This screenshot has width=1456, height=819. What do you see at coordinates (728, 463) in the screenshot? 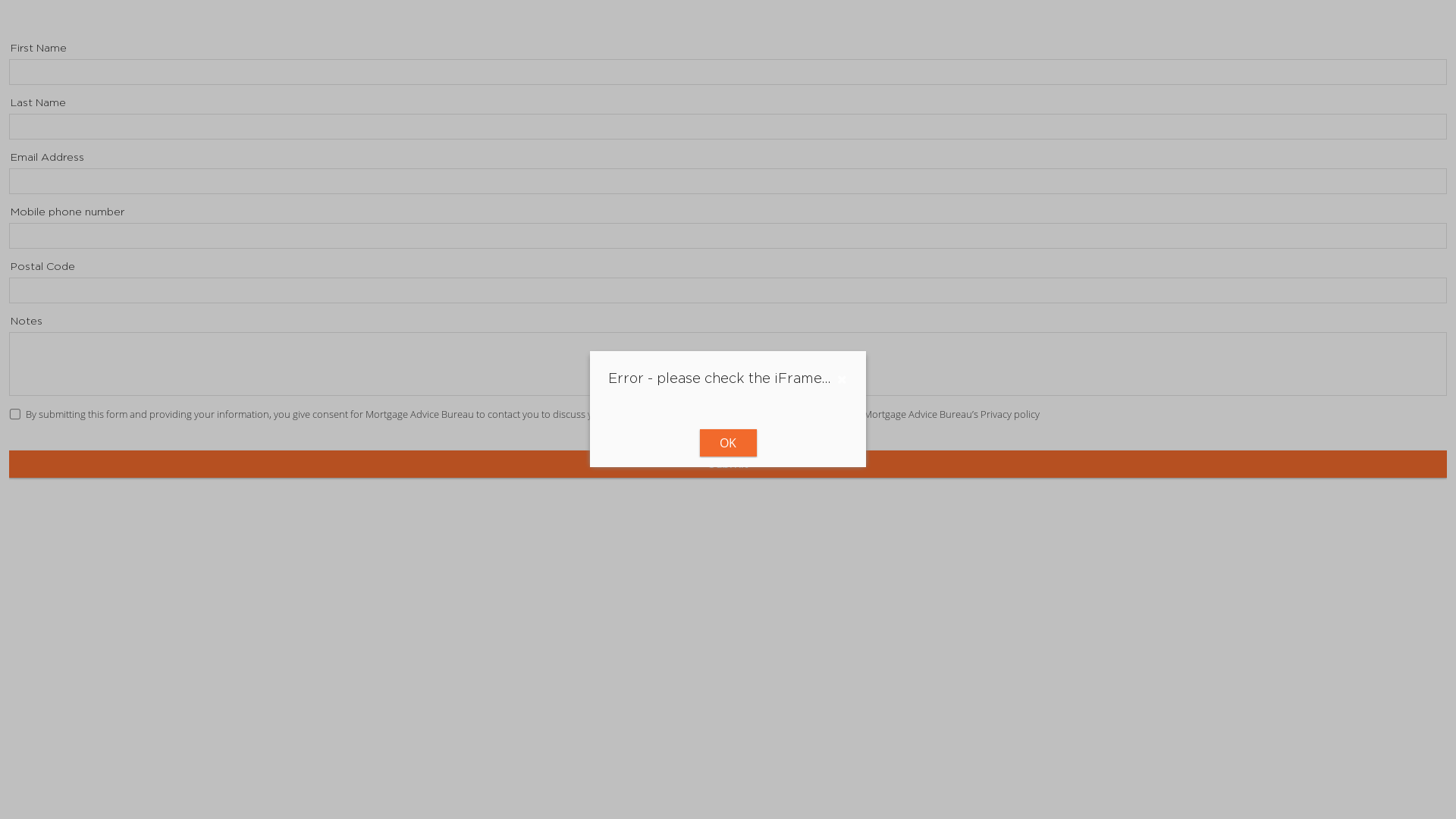
I see `'Submit'` at bounding box center [728, 463].